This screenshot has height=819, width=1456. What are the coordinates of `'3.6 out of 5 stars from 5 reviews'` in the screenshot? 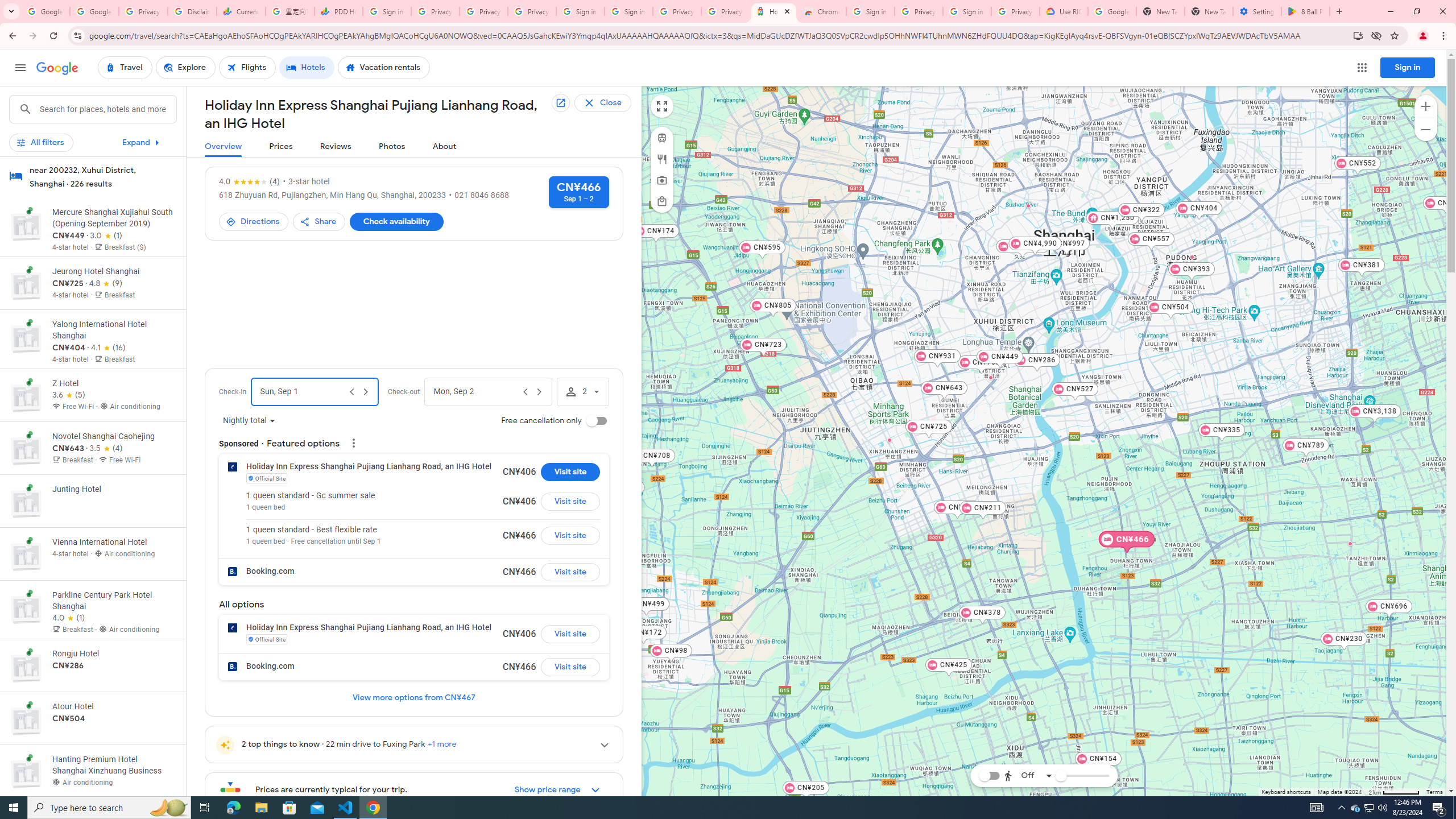 It's located at (69, 395).